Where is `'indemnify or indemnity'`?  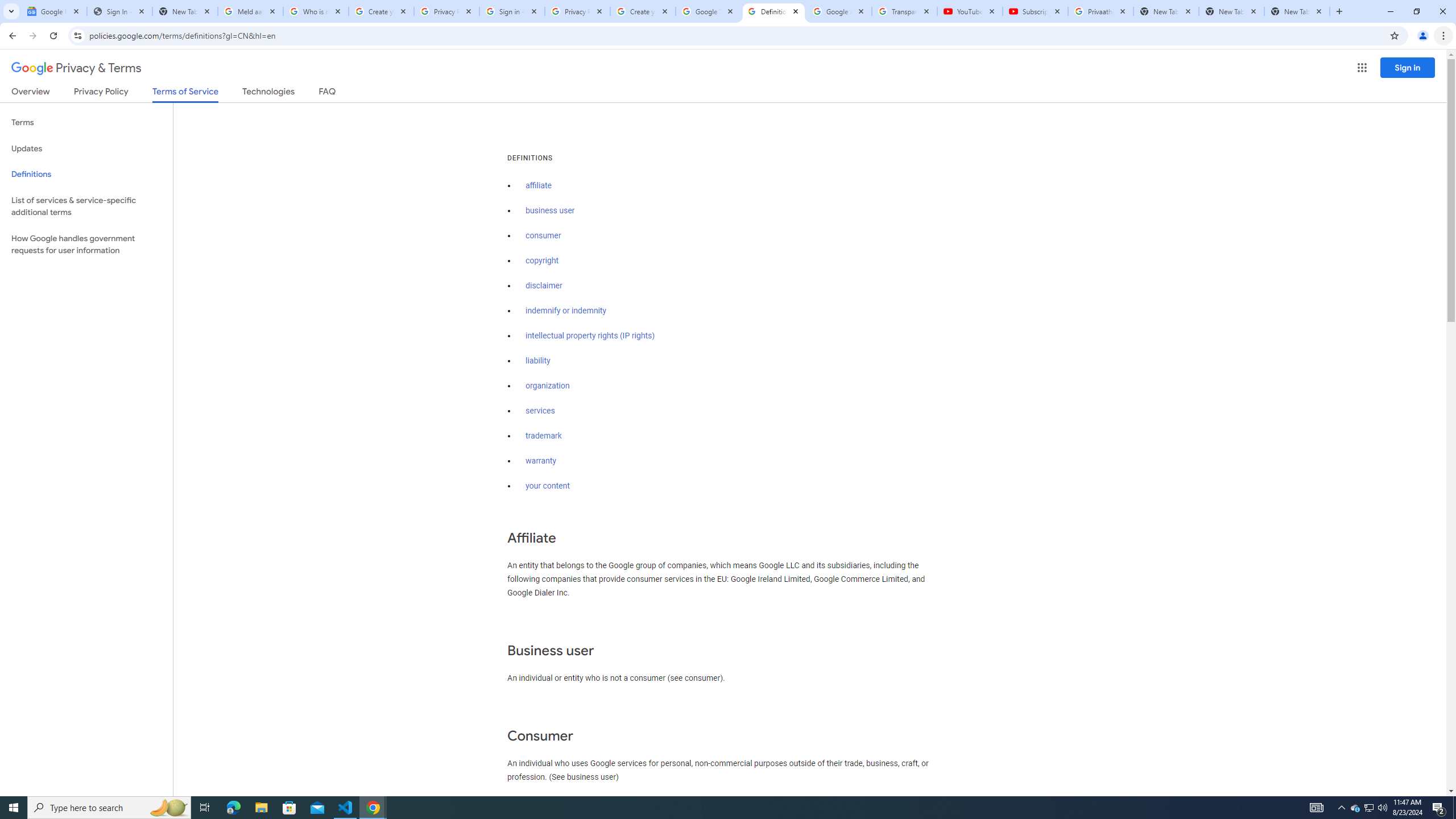
'indemnify or indemnity' is located at coordinates (565, 311).